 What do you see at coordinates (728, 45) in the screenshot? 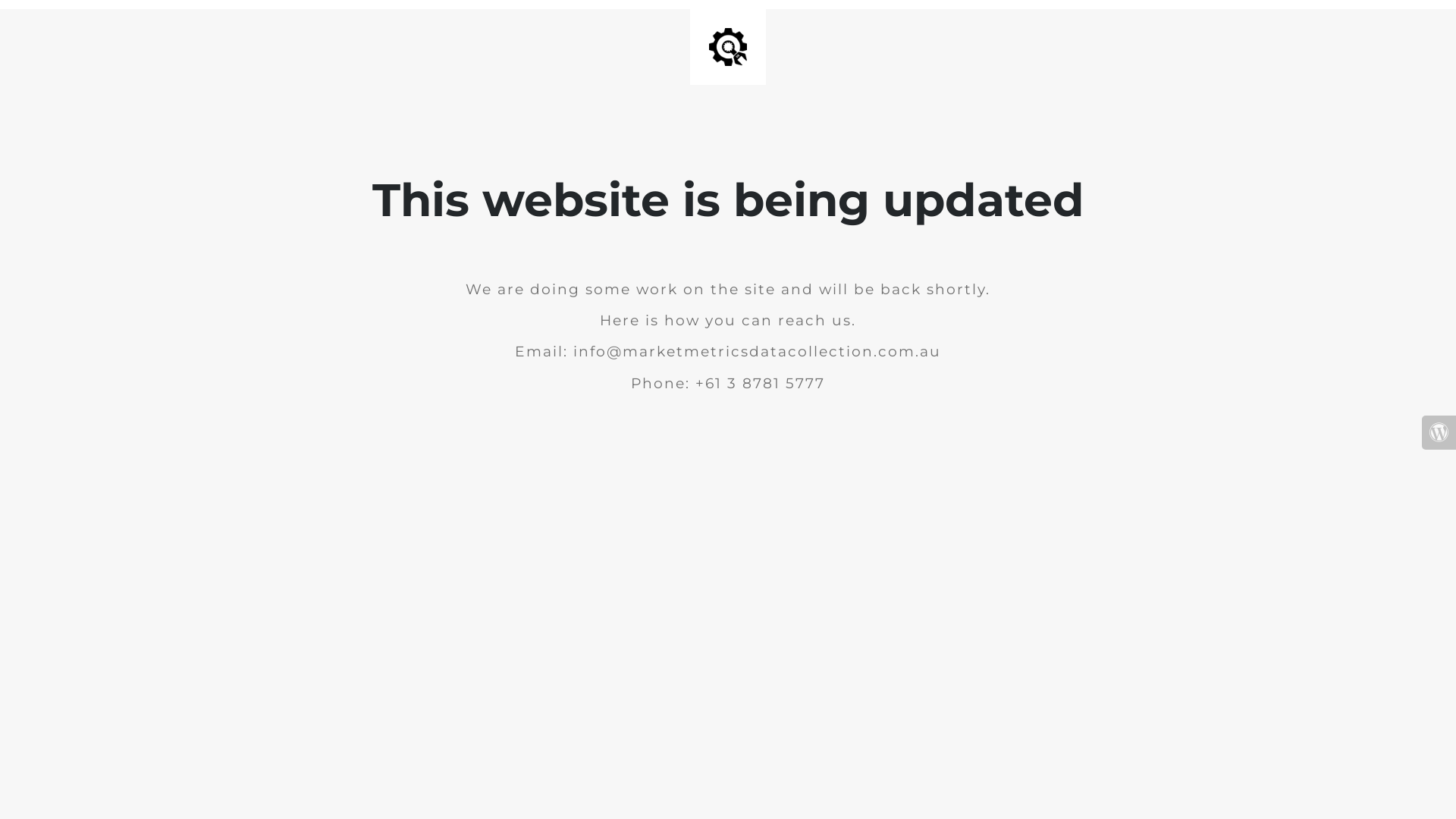
I see `'Site is Under Construction'` at bounding box center [728, 45].